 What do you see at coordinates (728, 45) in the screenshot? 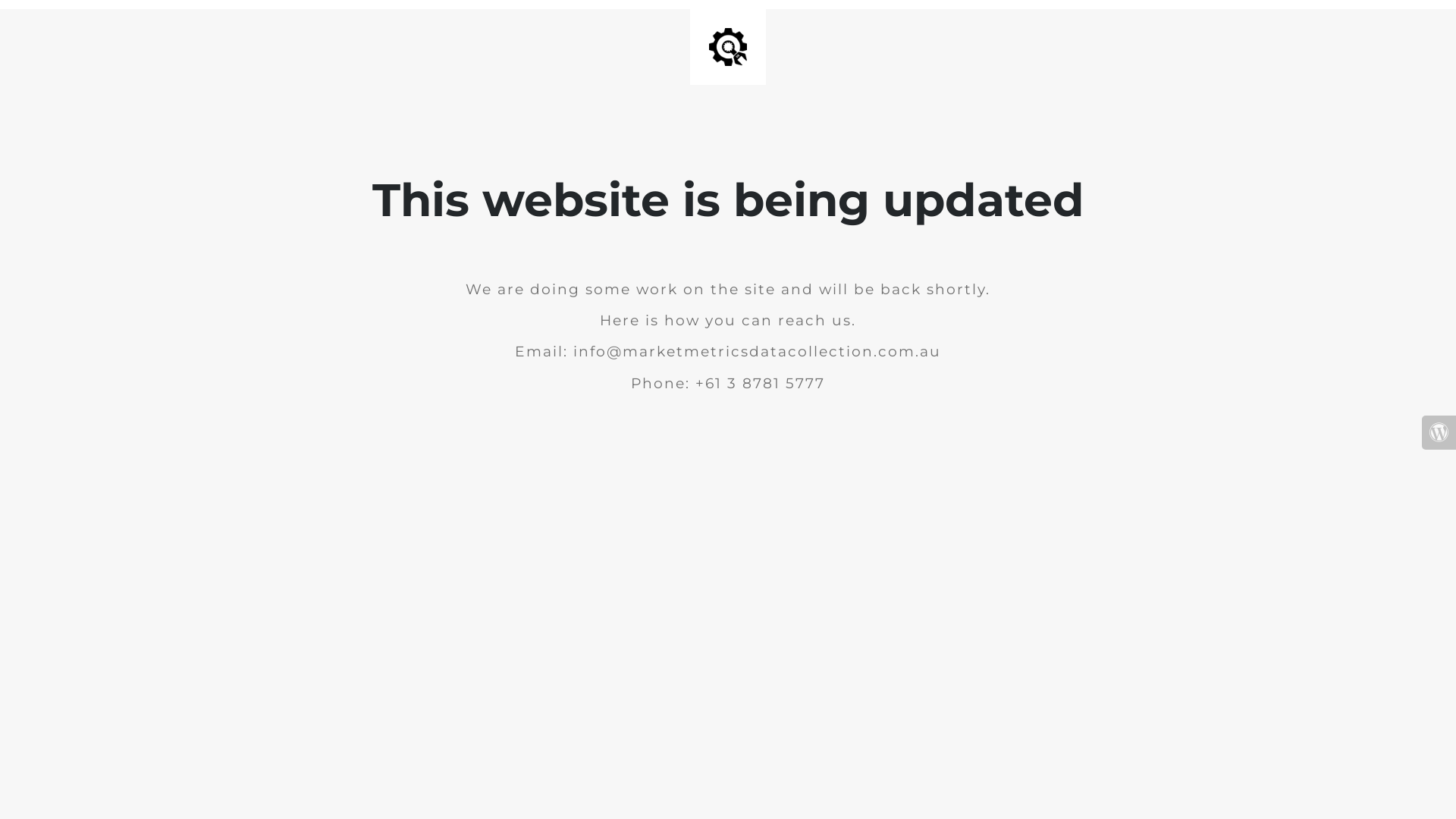
I see `'Site is Under Construction'` at bounding box center [728, 45].